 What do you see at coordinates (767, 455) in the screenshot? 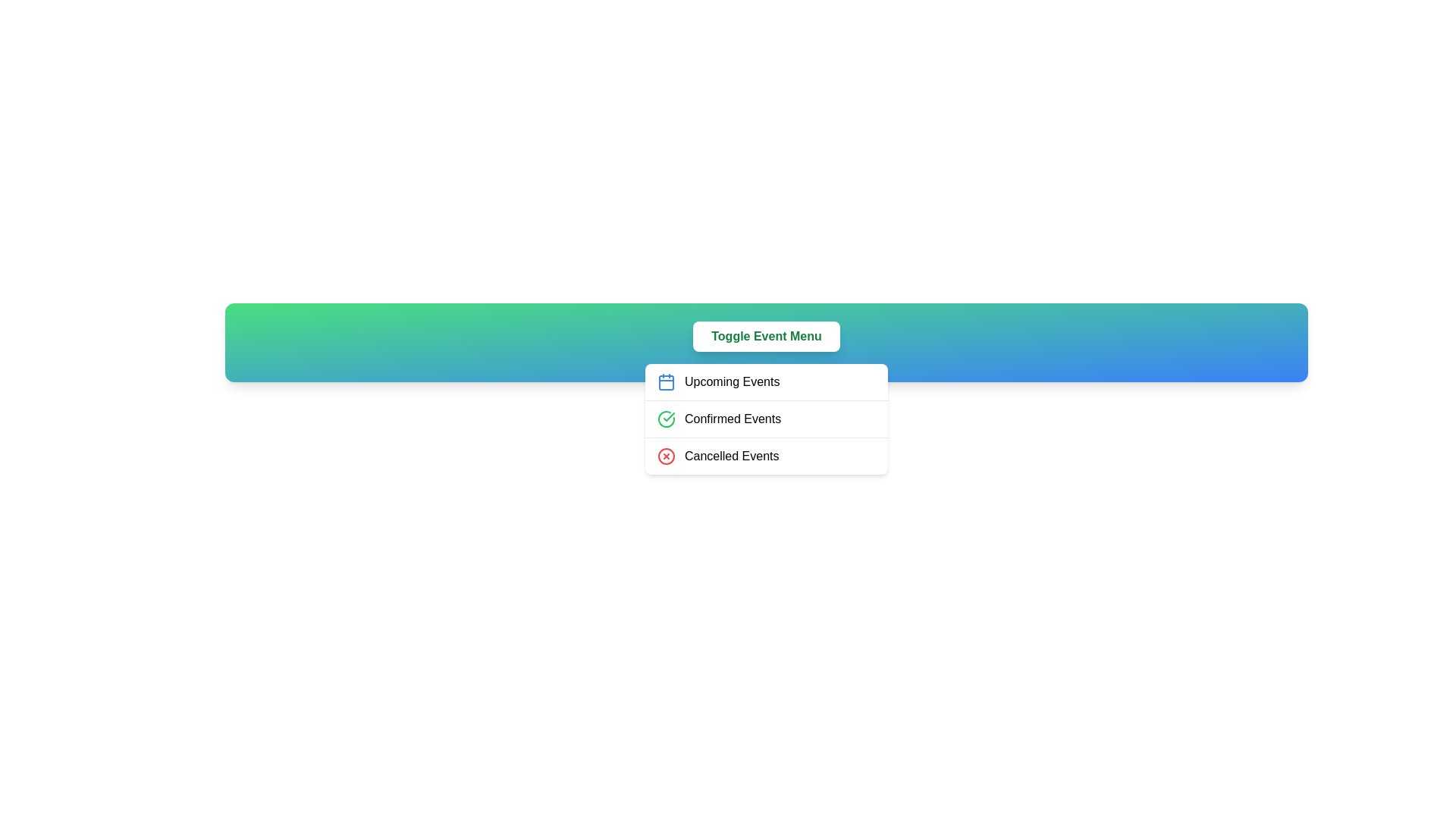
I see `the 'Cancelled Events' option in the menu` at bounding box center [767, 455].